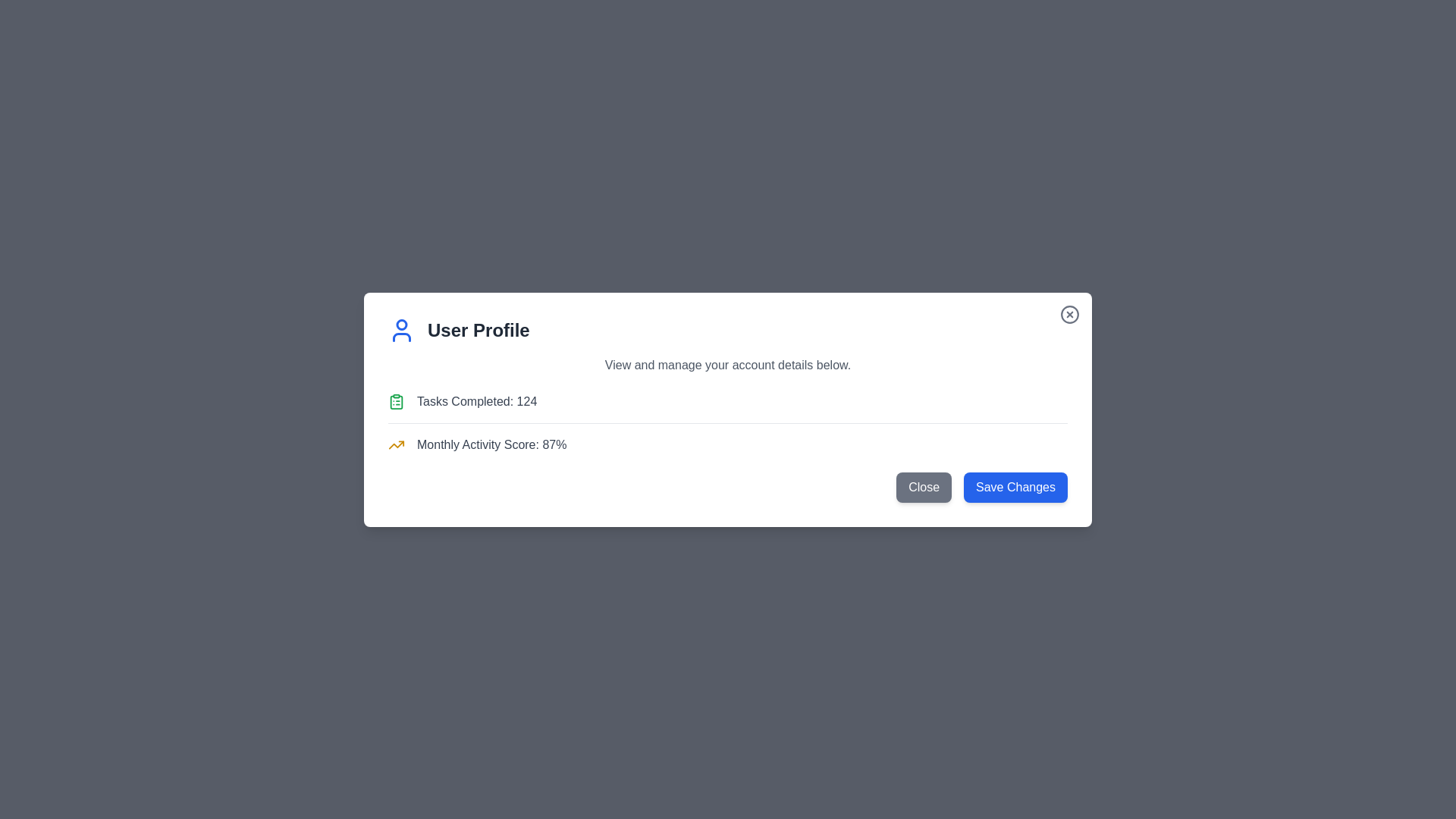 The height and width of the screenshot is (819, 1456). Describe the element at coordinates (401, 329) in the screenshot. I see `the user profile icon, which is a decorative element located at the far left of the row containing the 'User Profile' text label` at that location.